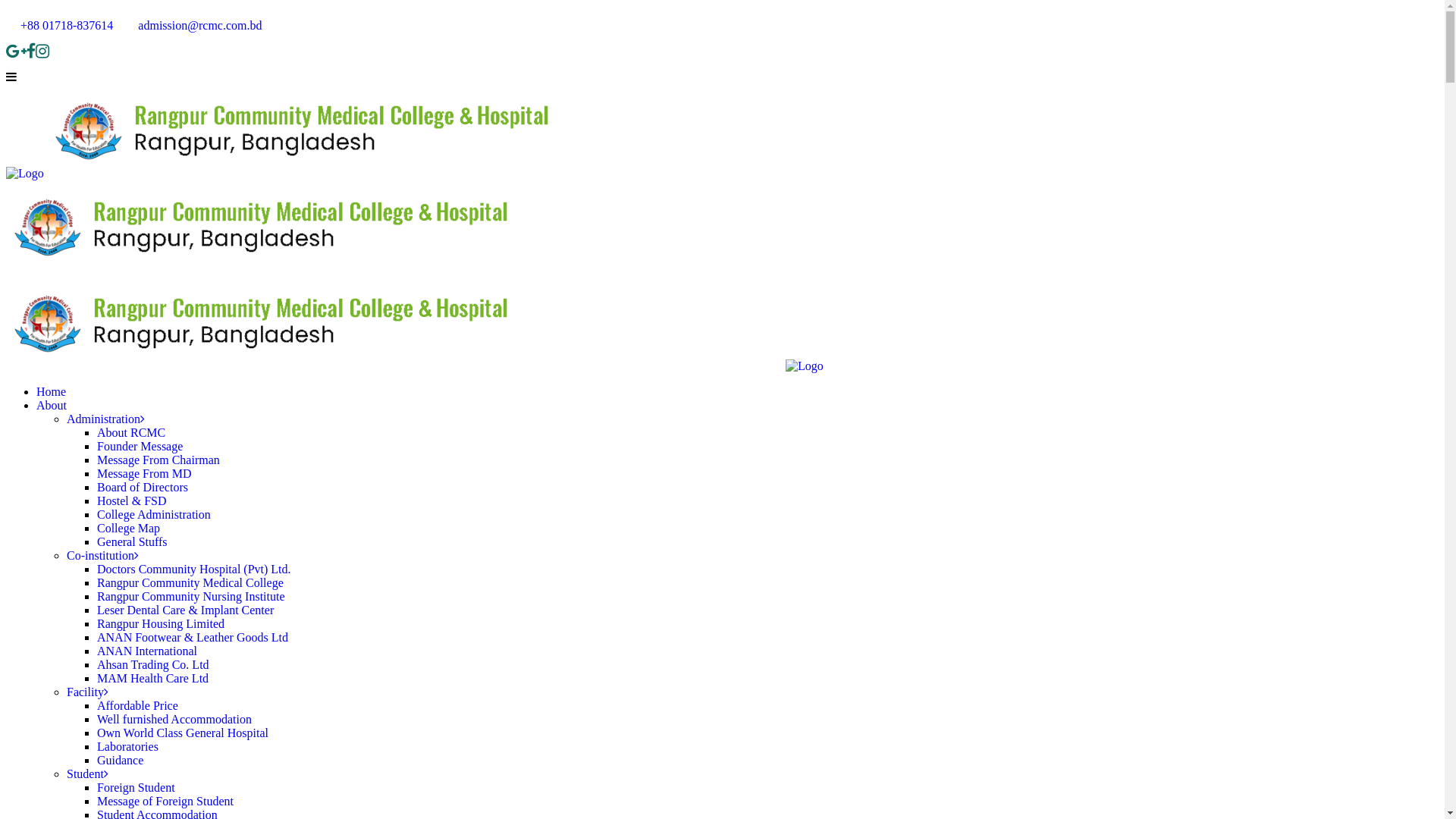 This screenshot has width=1456, height=819. I want to click on 'Founder Message', so click(140, 445).